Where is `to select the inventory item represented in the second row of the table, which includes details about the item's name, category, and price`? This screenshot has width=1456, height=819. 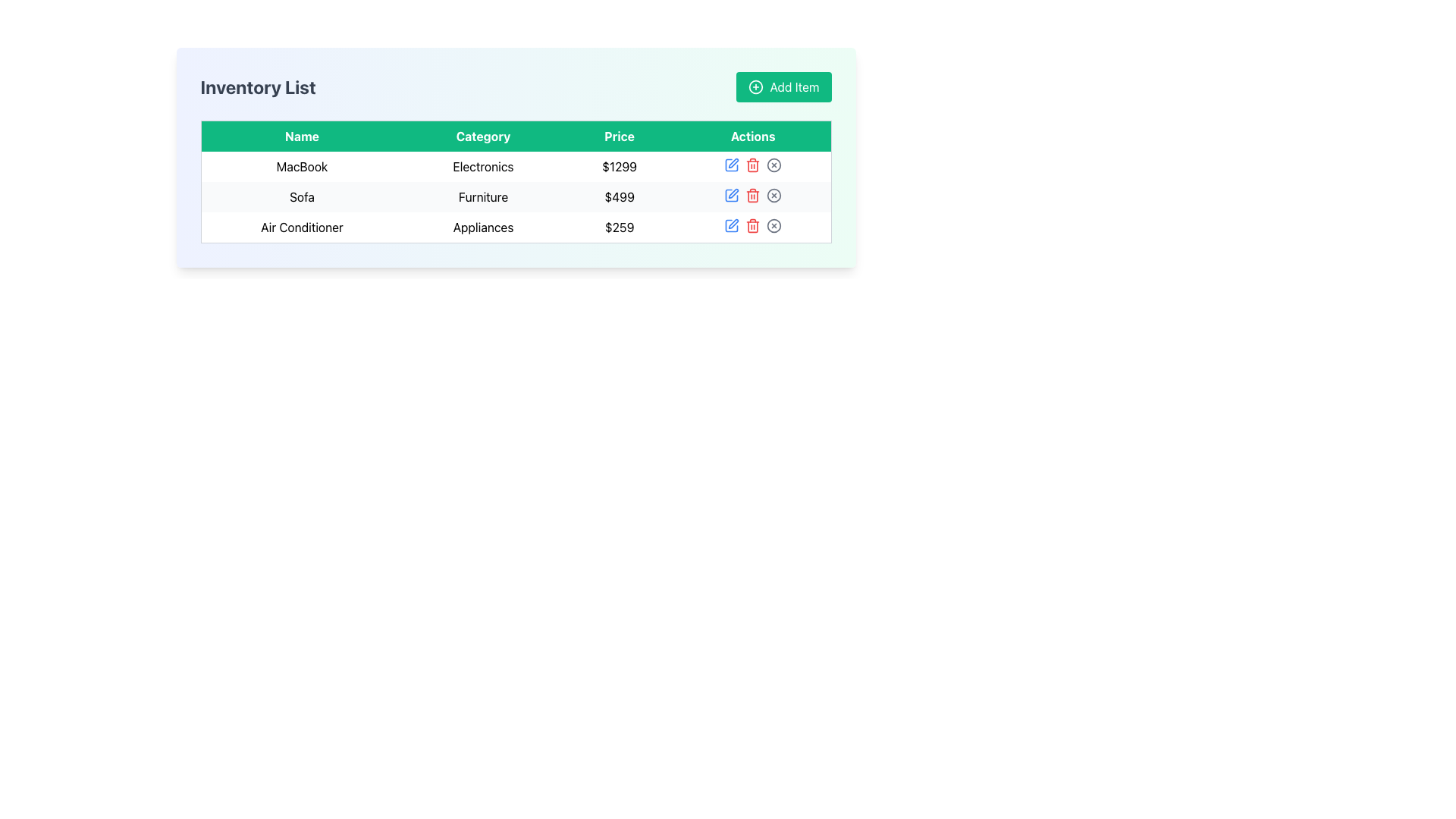
to select the inventory item represented in the second row of the table, which includes details about the item's name, category, and price is located at coordinates (516, 196).